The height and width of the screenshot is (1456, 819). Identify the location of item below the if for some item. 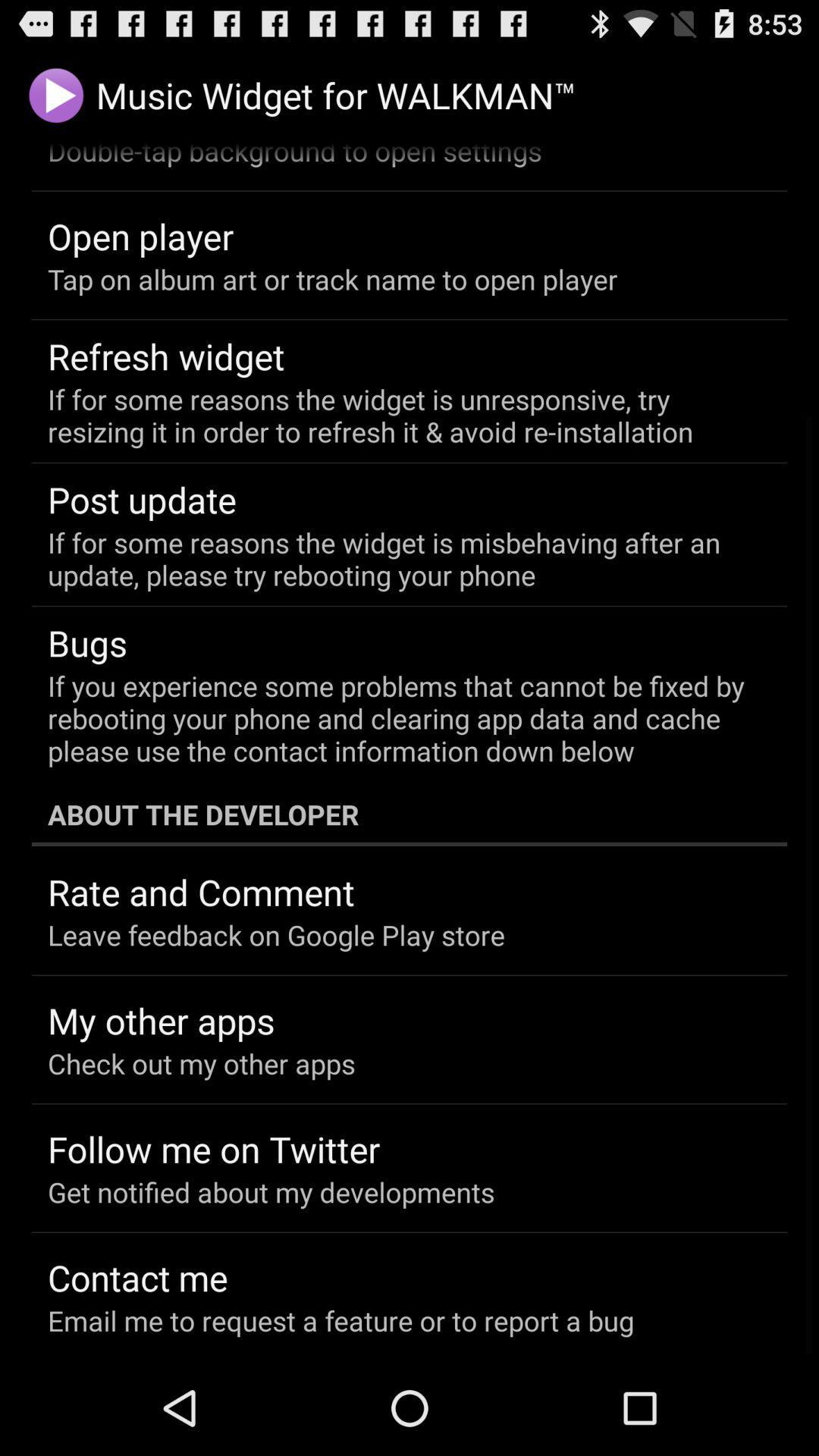
(142, 499).